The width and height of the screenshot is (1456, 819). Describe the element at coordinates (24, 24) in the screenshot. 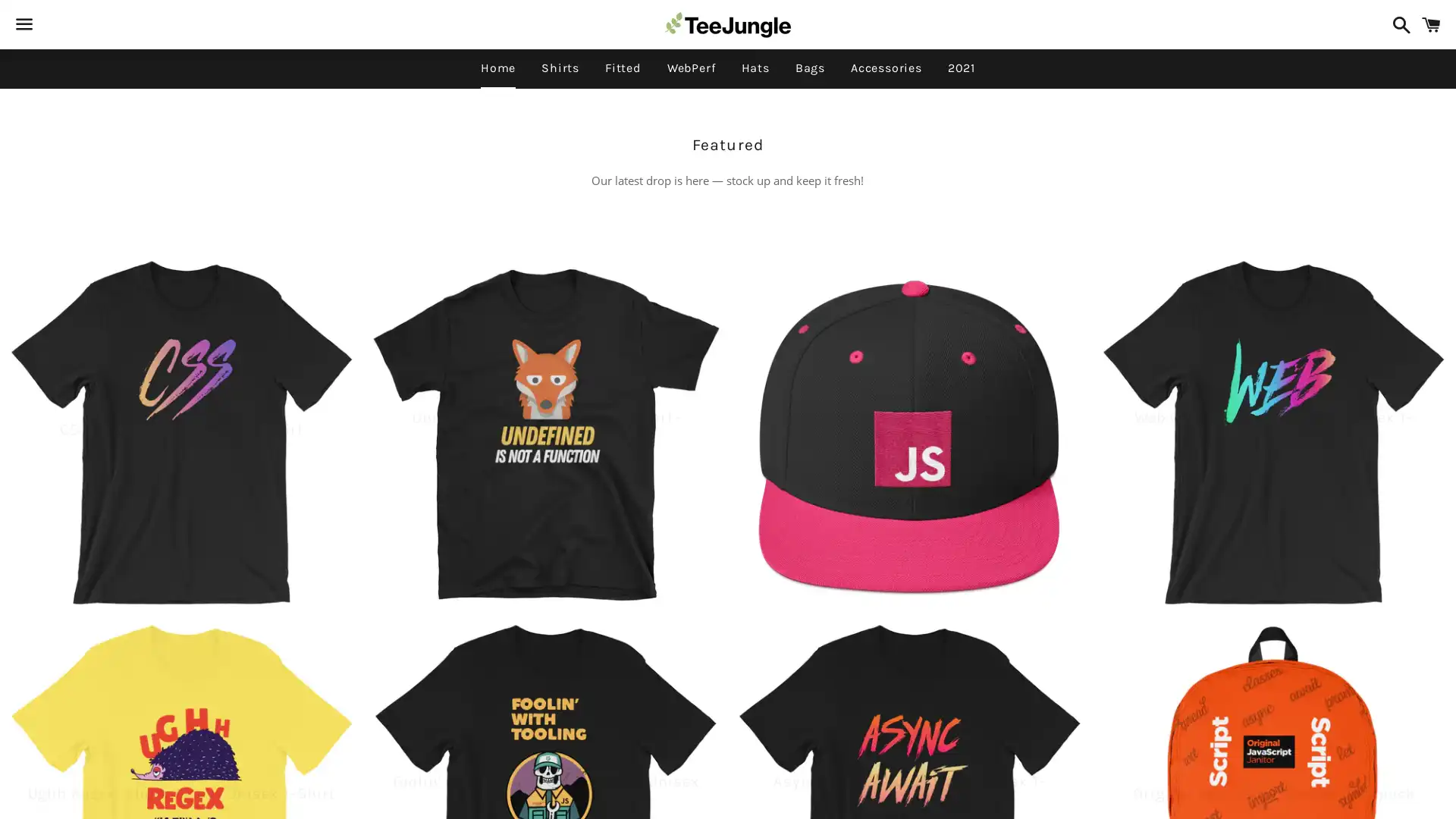

I see `Menu` at that location.